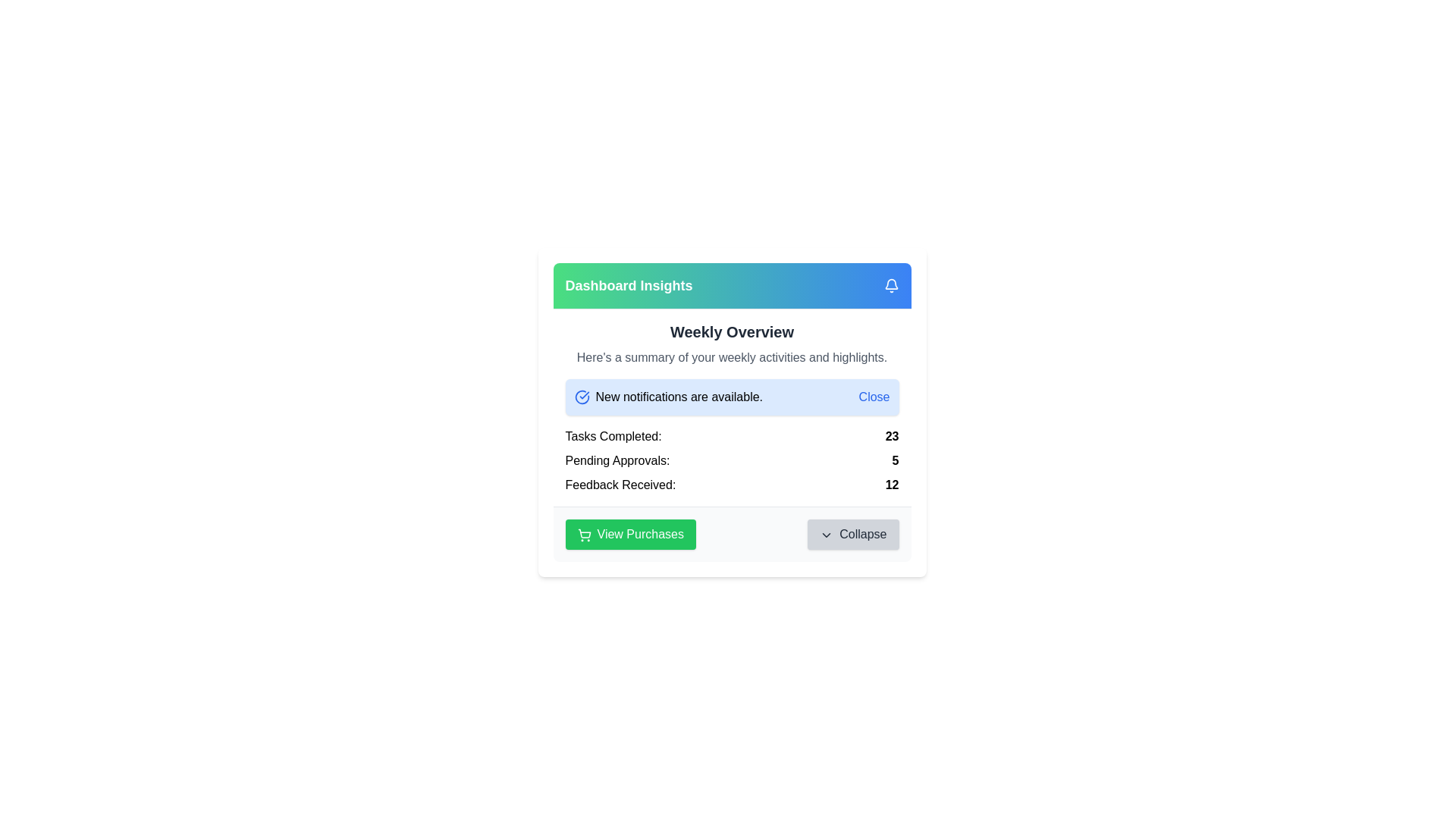  I want to click on the text block that serves as a subtitle for the weekly activities, located below the 'Weekly Overview' headline, so click(732, 357).